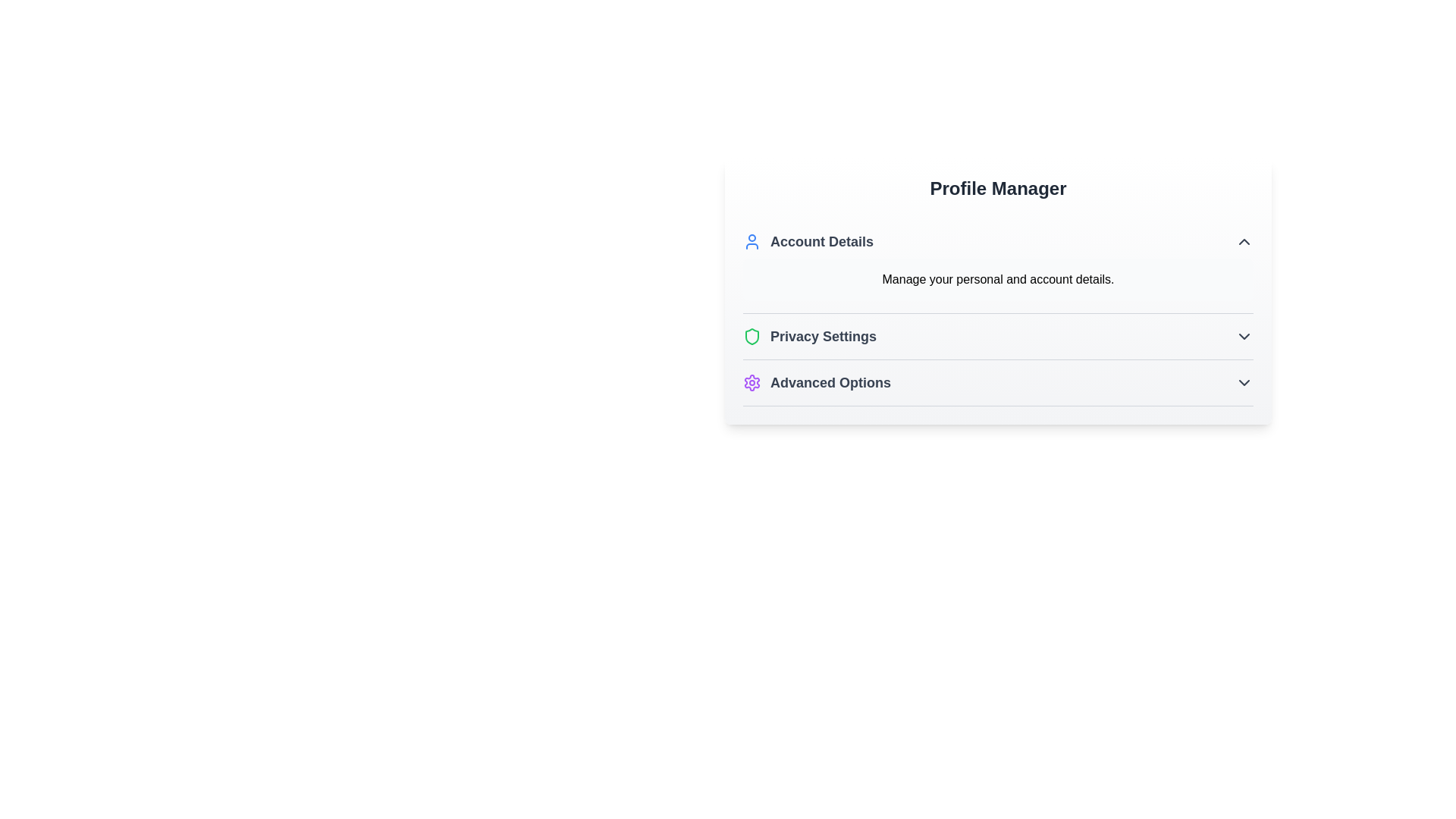  Describe the element at coordinates (1244, 335) in the screenshot. I see `the dropdown toggle icon located at the rightmost position in the 'Privacy Settings' section` at that location.